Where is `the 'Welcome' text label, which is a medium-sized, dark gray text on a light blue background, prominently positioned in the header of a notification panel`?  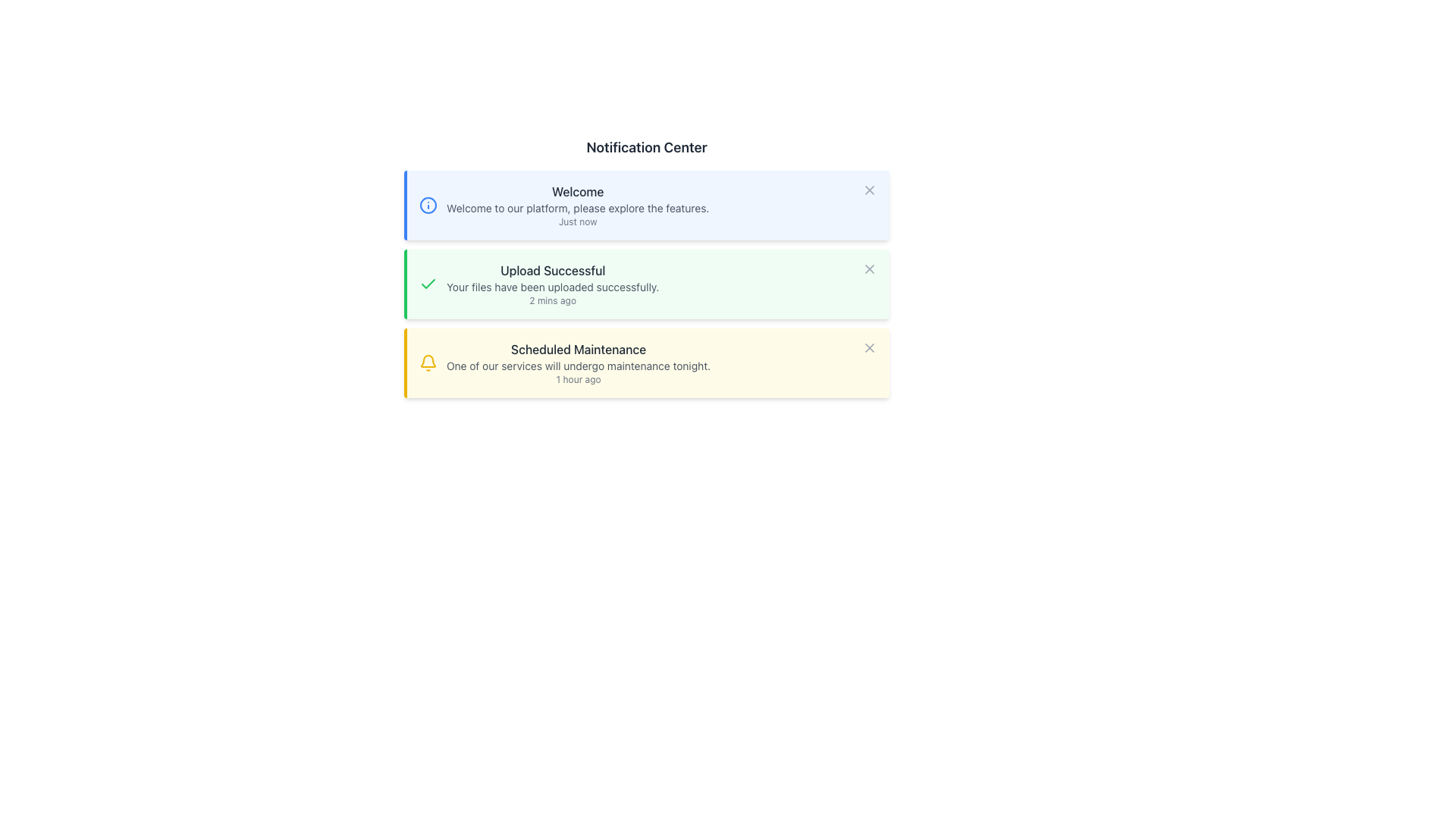
the 'Welcome' text label, which is a medium-sized, dark gray text on a light blue background, prominently positioned in the header of a notification panel is located at coordinates (577, 191).